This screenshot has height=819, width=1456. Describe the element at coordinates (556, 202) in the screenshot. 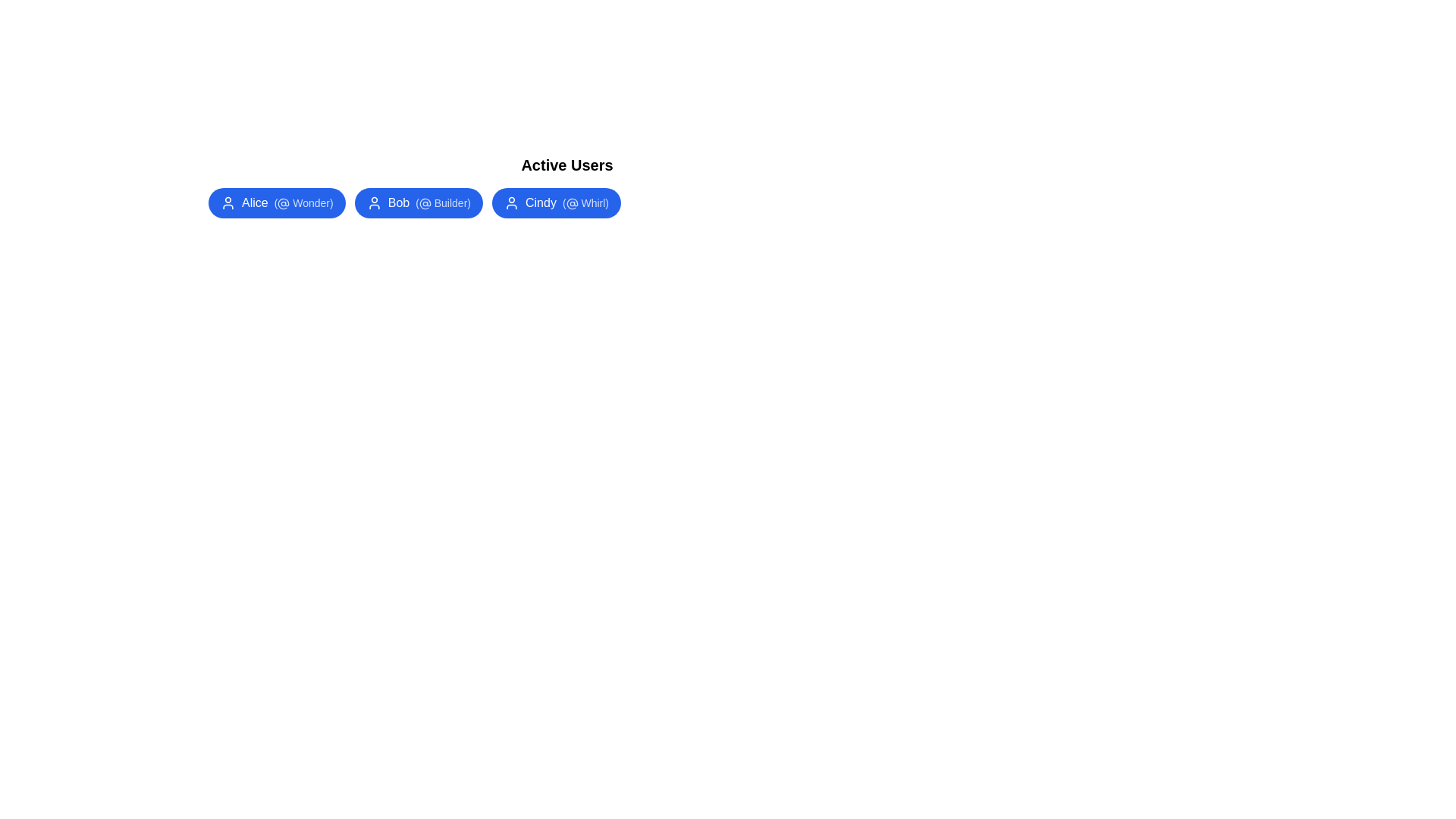

I see `the chip representing Cindy` at that location.